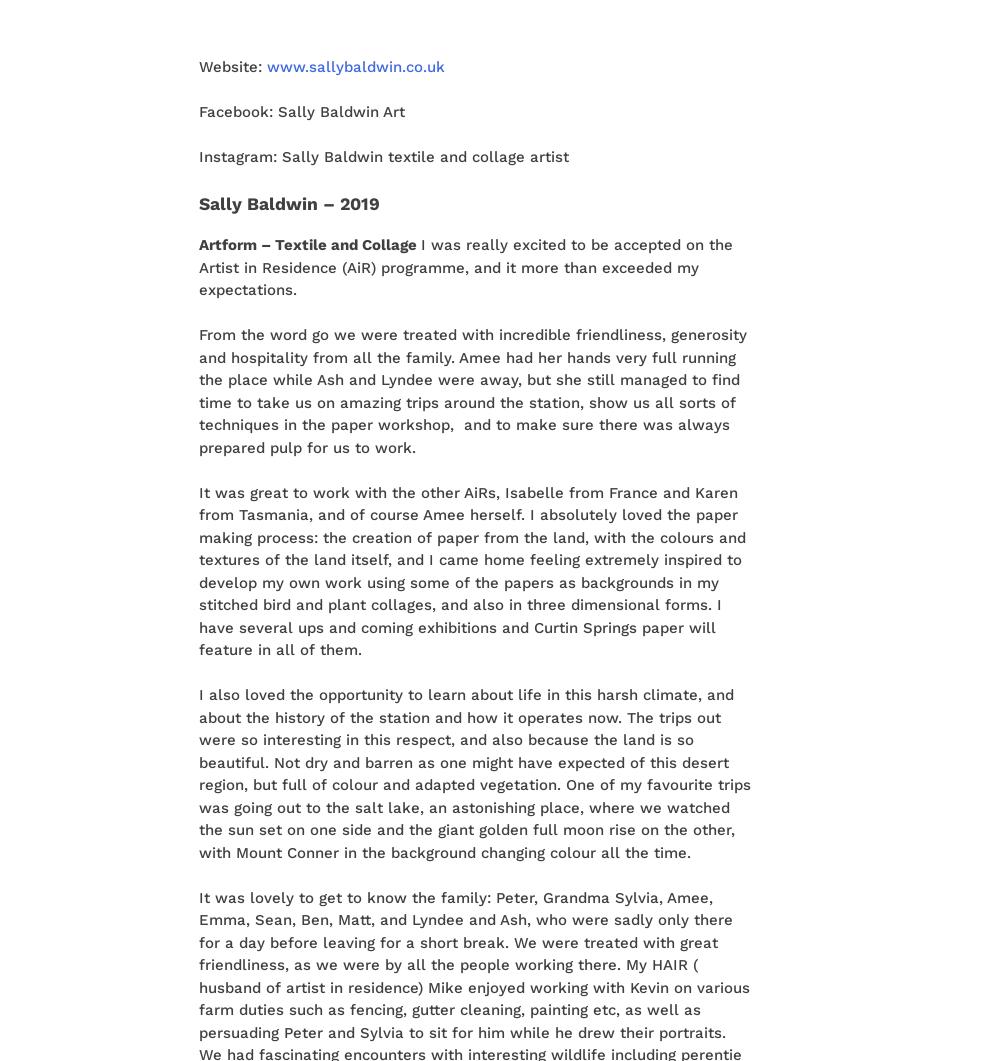 The image size is (994, 1061). Describe the element at coordinates (197, 65) in the screenshot. I see `'Website:'` at that location.